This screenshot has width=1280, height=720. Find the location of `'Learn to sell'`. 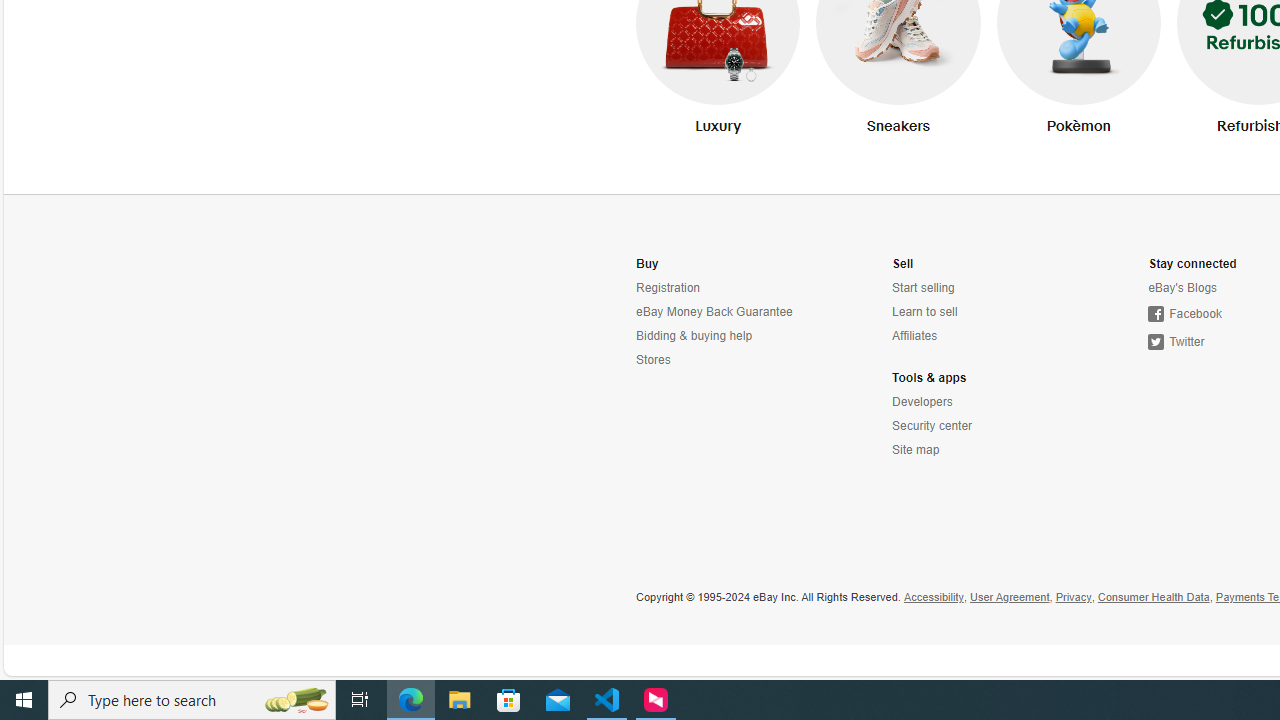

'Learn to sell' is located at coordinates (923, 312).